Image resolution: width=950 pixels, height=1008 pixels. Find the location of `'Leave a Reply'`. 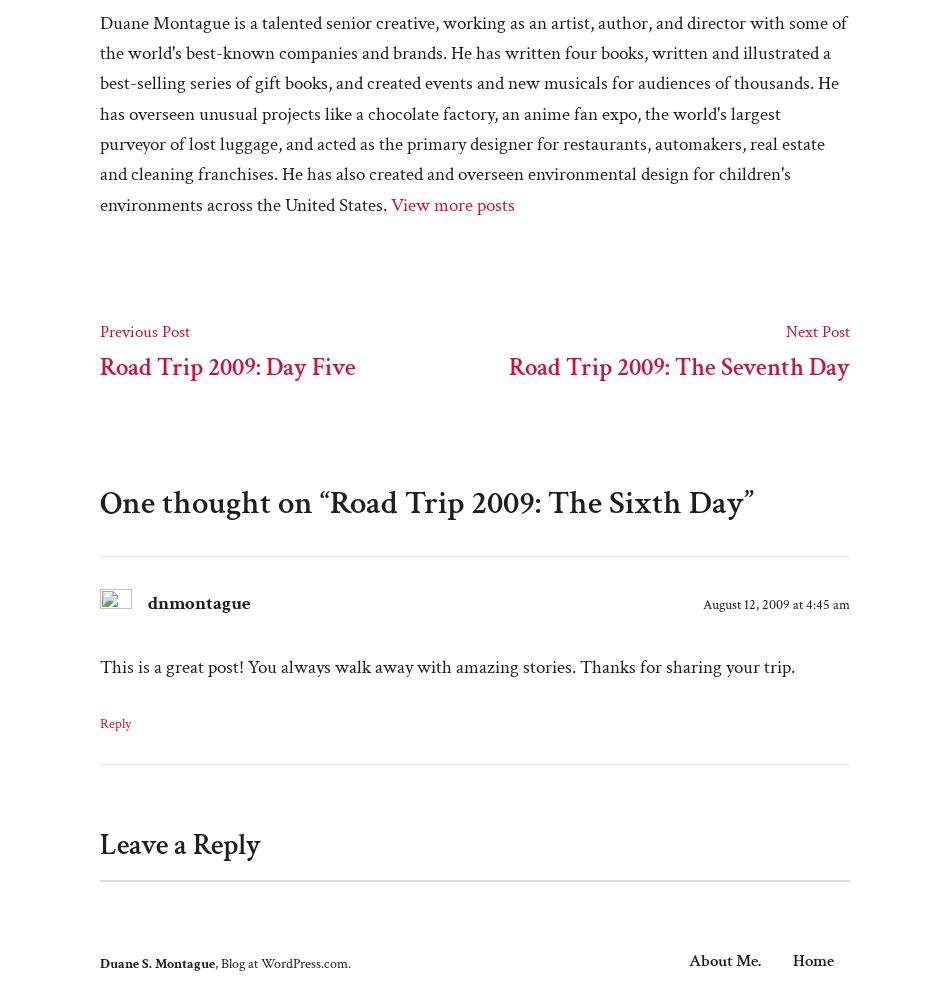

'Leave a Reply' is located at coordinates (180, 845).